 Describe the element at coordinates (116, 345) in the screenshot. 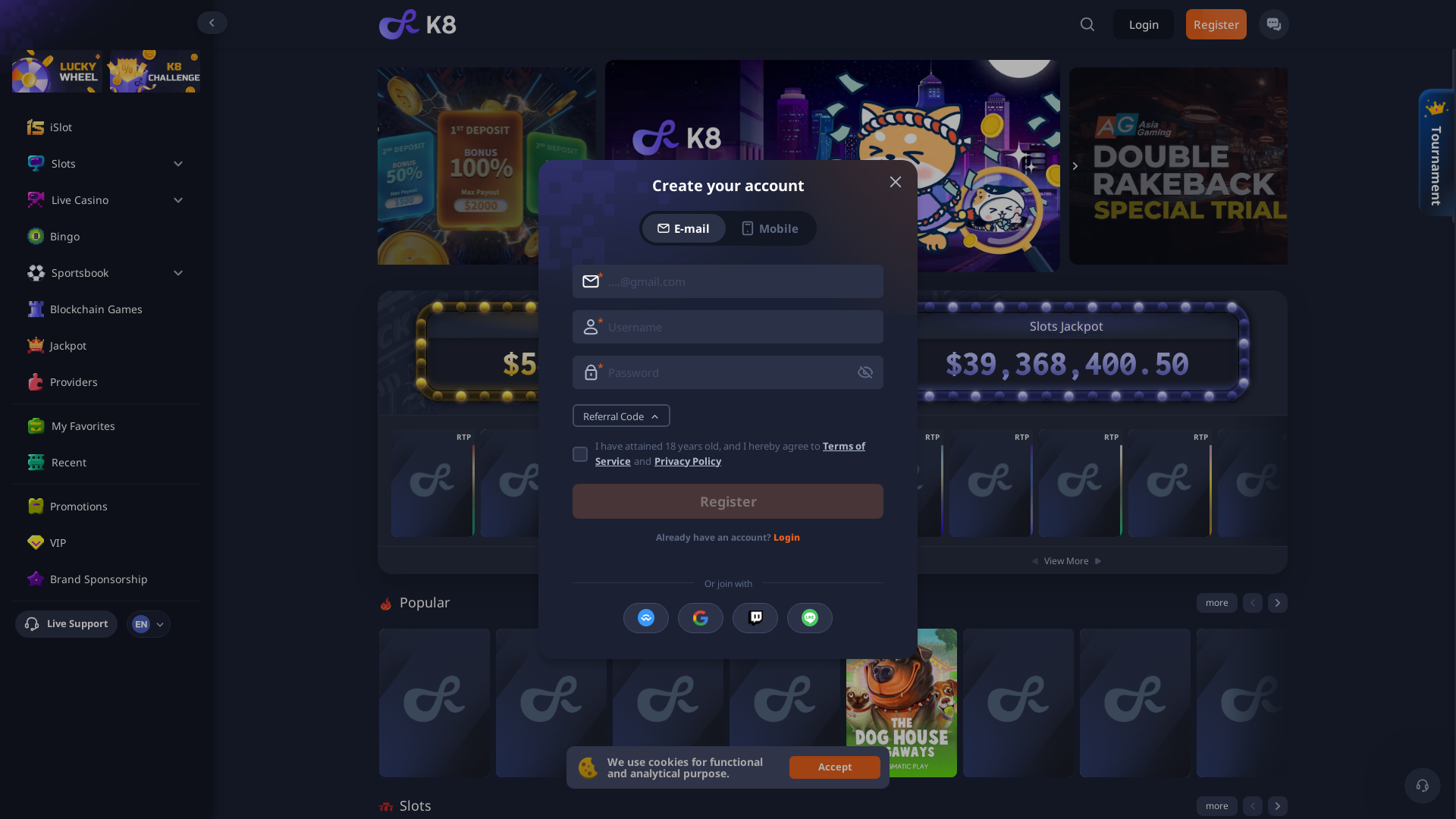

I see `'Jackpot'` at that location.